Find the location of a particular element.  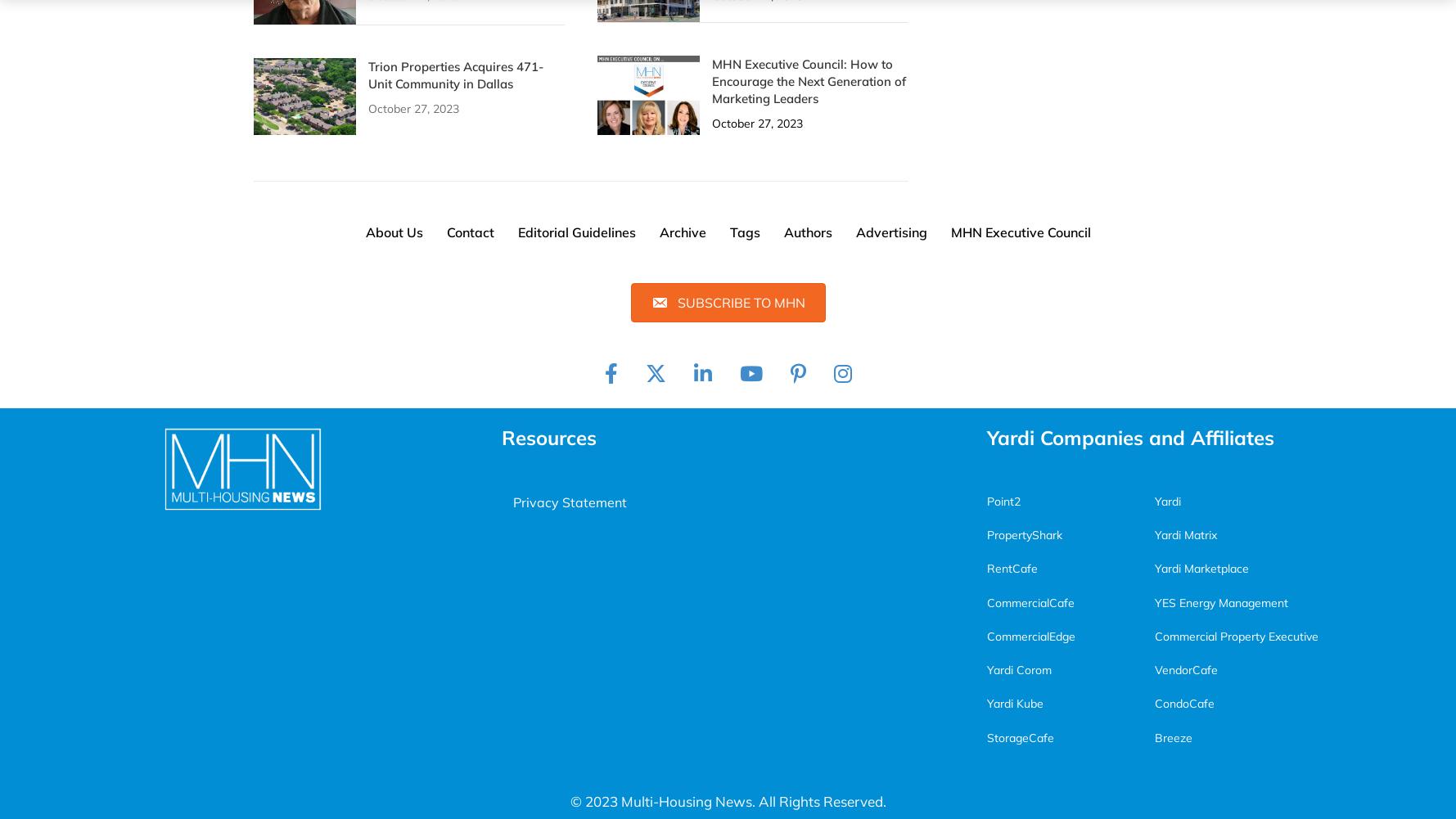

'Advertising' is located at coordinates (890, 231).